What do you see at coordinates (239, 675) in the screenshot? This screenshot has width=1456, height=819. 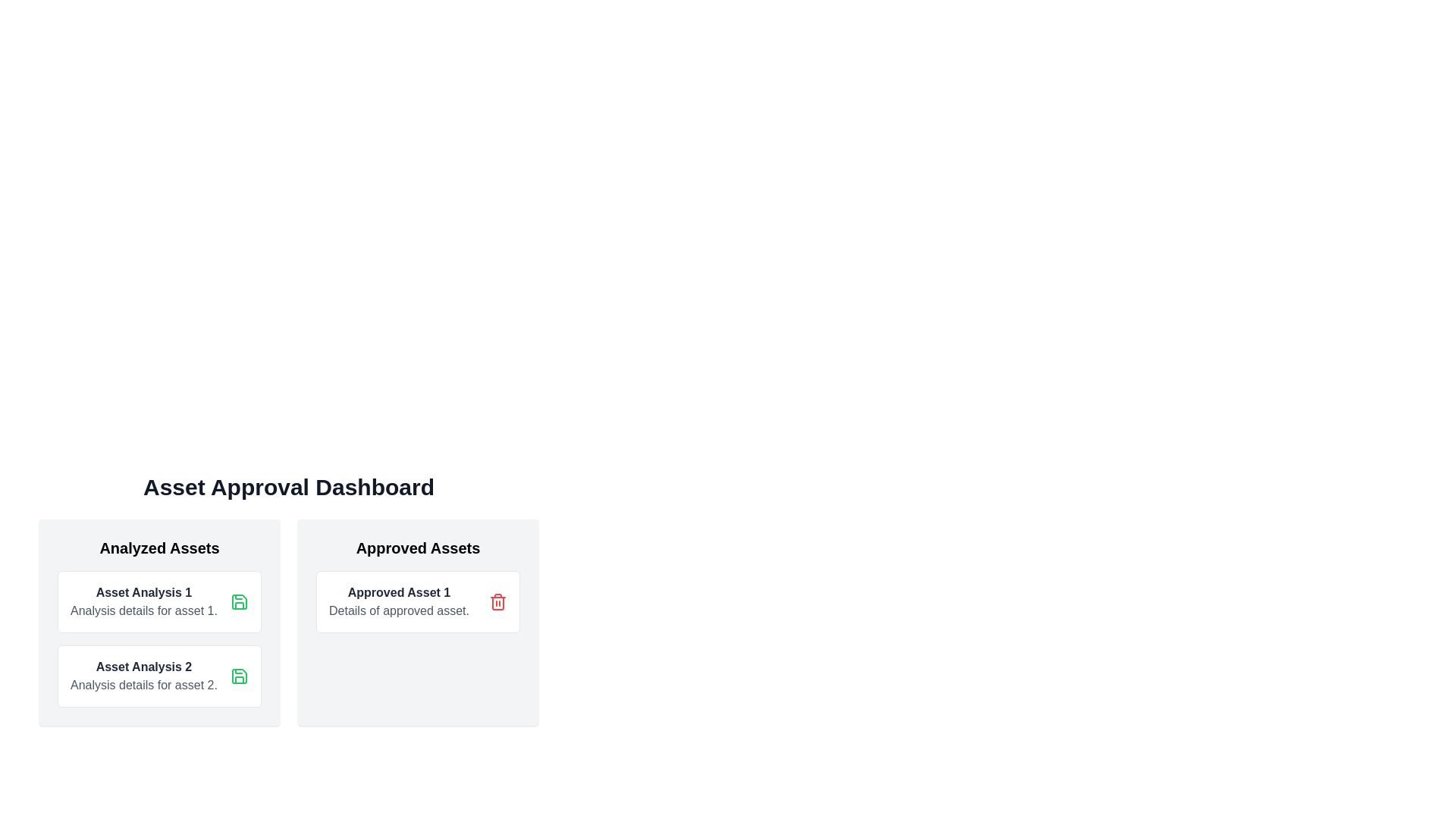 I see `the distinctive green save icon button located in the 'Asset Analysis 2' section` at bounding box center [239, 675].